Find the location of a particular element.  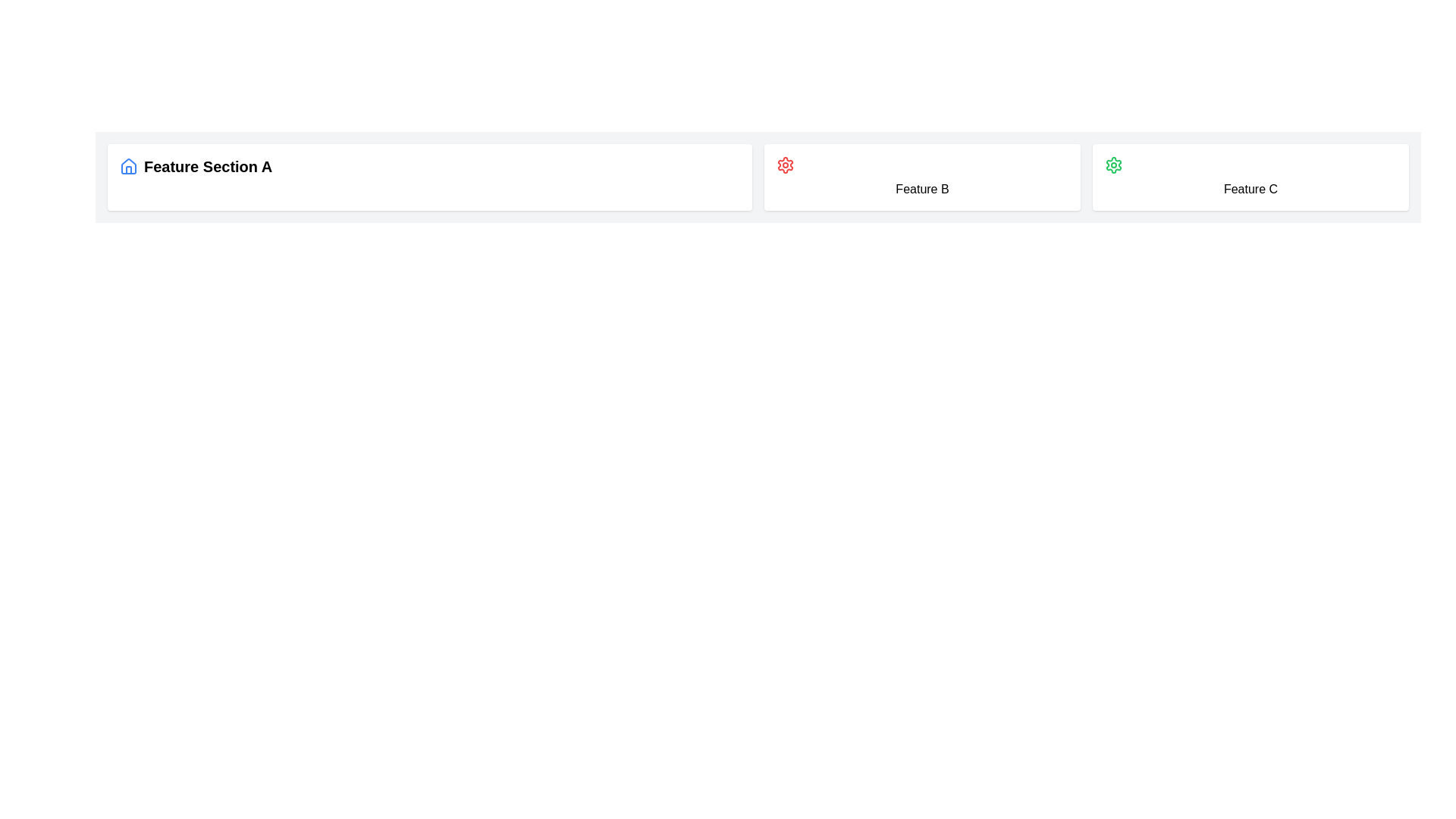

the settings icon associated with the 'Feature B' section, located in the upper-left corner of the 'Feature B' card is located at coordinates (786, 165).